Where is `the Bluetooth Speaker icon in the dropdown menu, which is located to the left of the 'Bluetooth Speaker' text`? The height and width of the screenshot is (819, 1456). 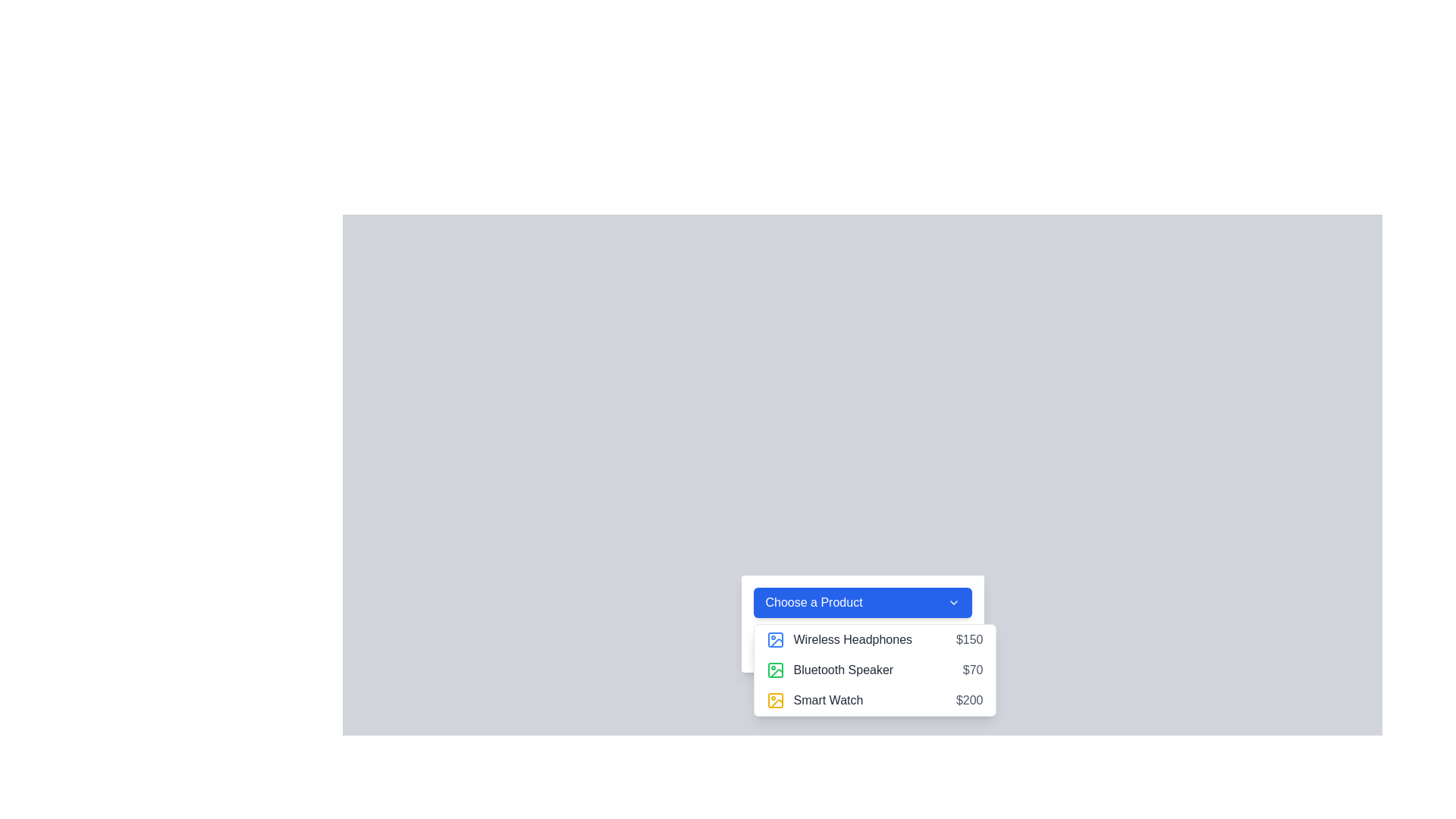 the Bluetooth Speaker icon in the dropdown menu, which is located to the left of the 'Bluetooth Speaker' text is located at coordinates (775, 669).